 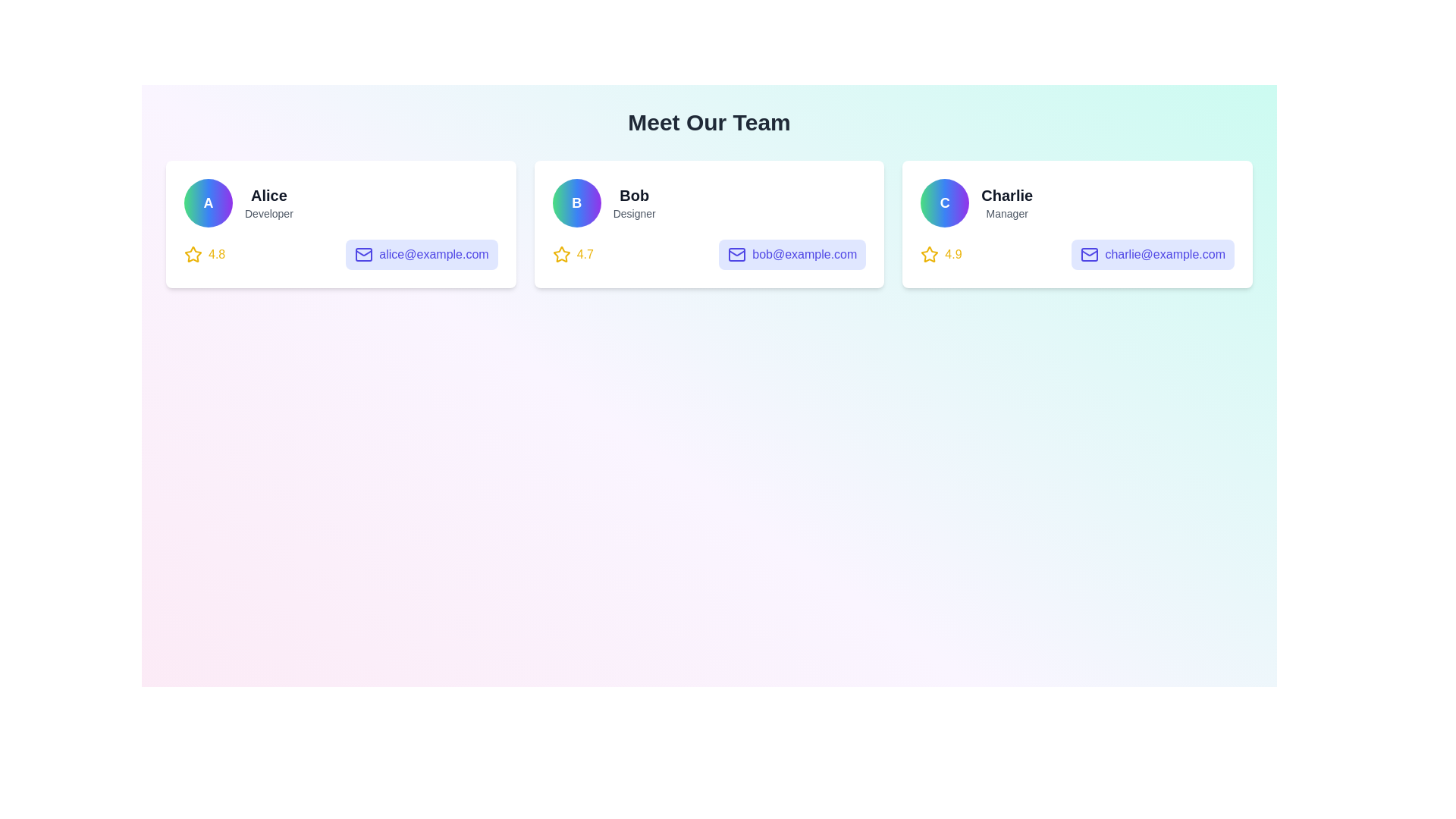 I want to click on the circular profile icon with a gradient background and the letter 'A' in the center, which is located at the leftmost side of the card displaying information about a person named Alice, so click(x=207, y=202).